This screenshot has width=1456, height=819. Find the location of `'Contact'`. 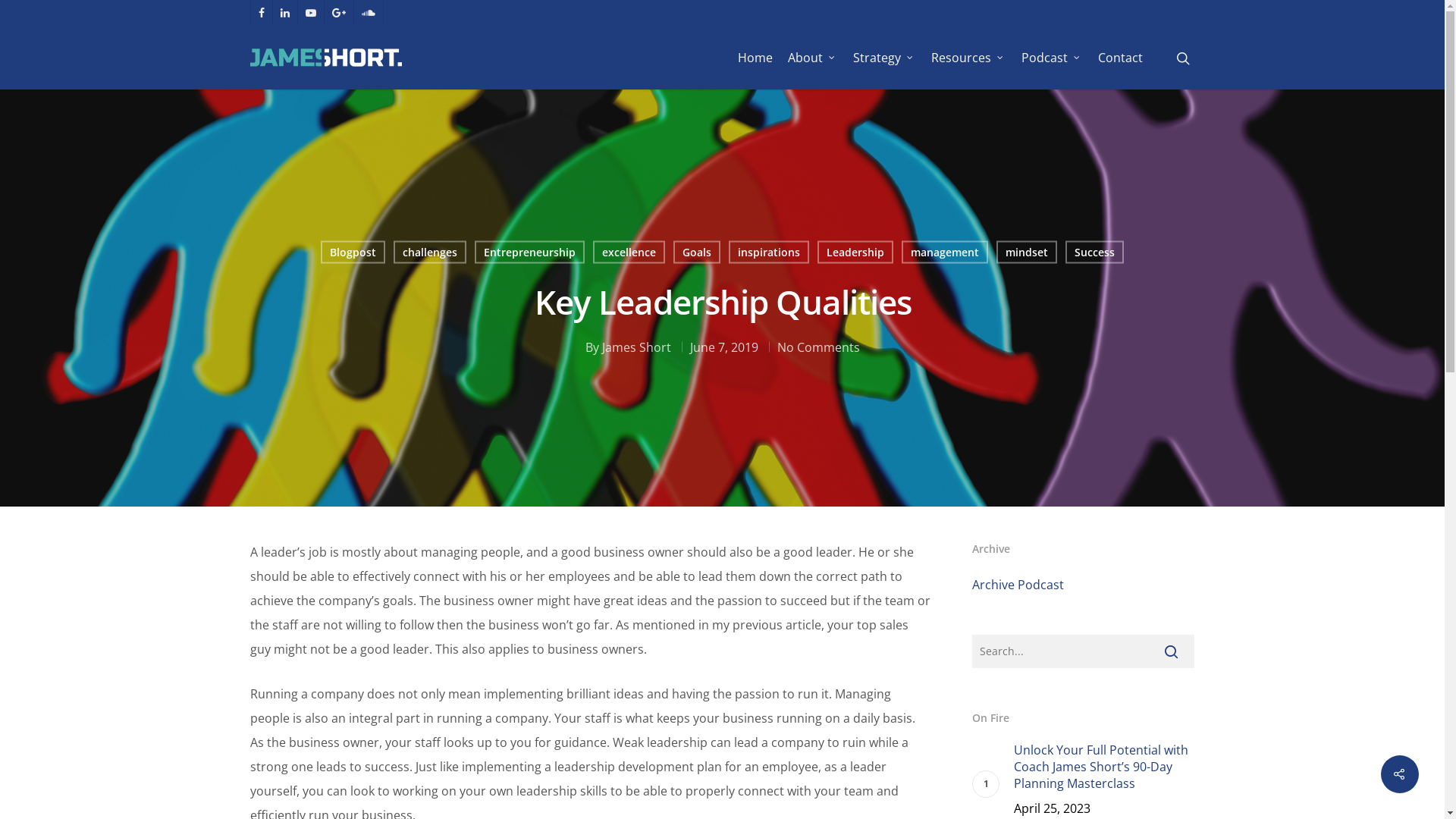

'Contact' is located at coordinates (1120, 57).